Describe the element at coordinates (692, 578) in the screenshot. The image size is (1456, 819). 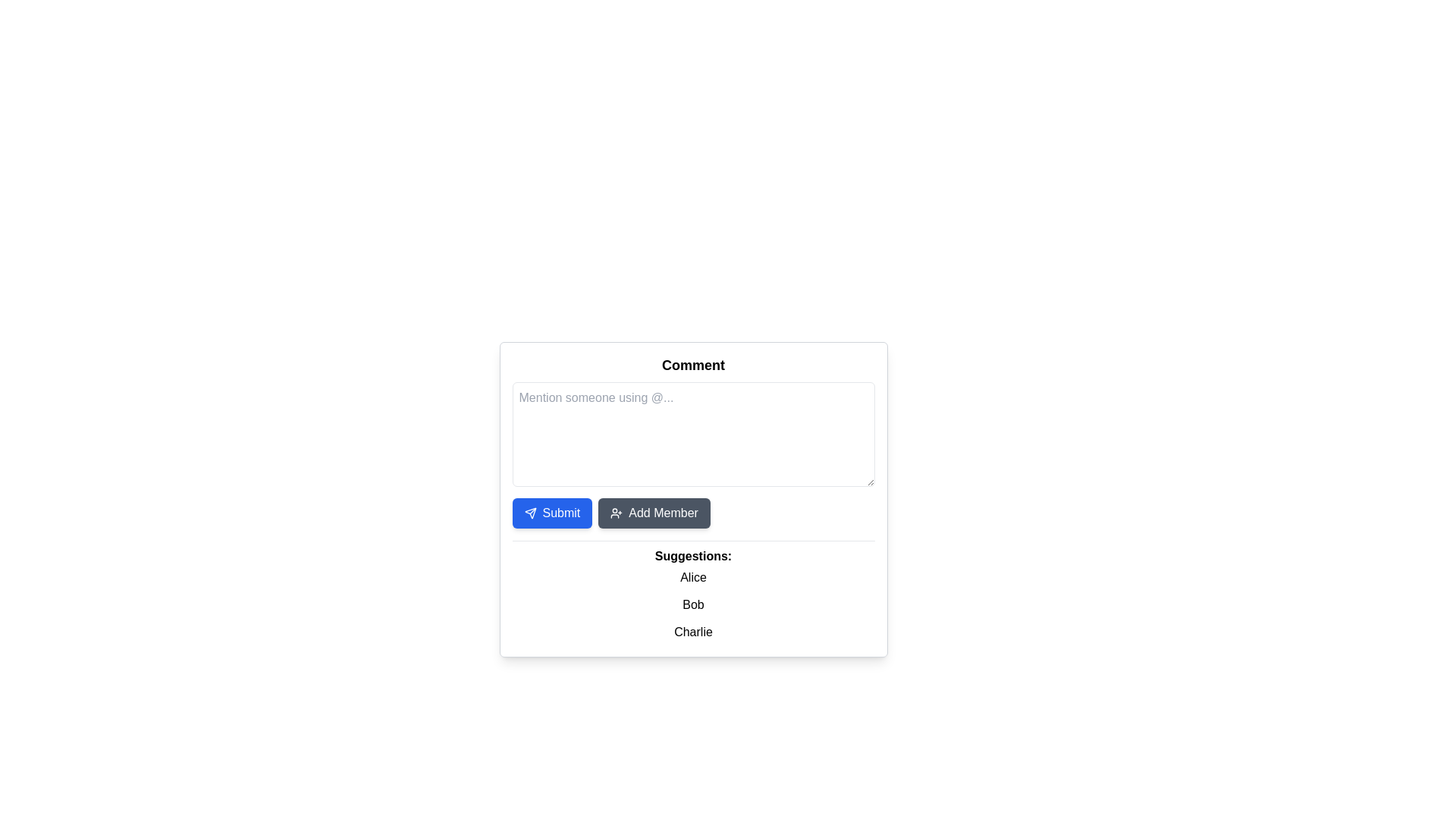
I see `the first item in the suggestions list, which is labeled 'Alice'` at that location.